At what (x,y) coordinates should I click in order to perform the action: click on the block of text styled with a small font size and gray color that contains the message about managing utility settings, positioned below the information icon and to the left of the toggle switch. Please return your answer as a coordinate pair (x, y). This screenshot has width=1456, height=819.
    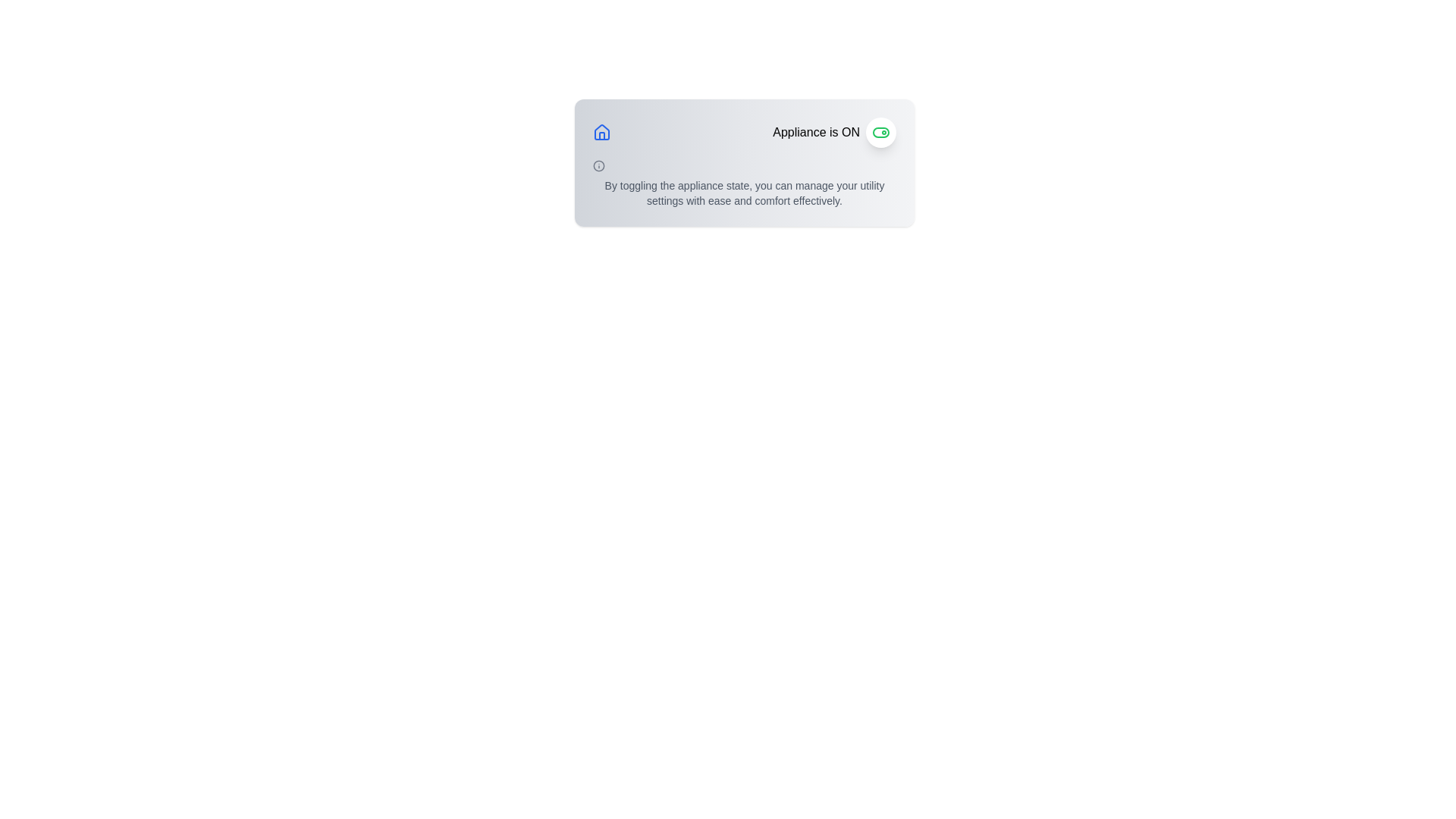
    Looking at the image, I should click on (745, 192).